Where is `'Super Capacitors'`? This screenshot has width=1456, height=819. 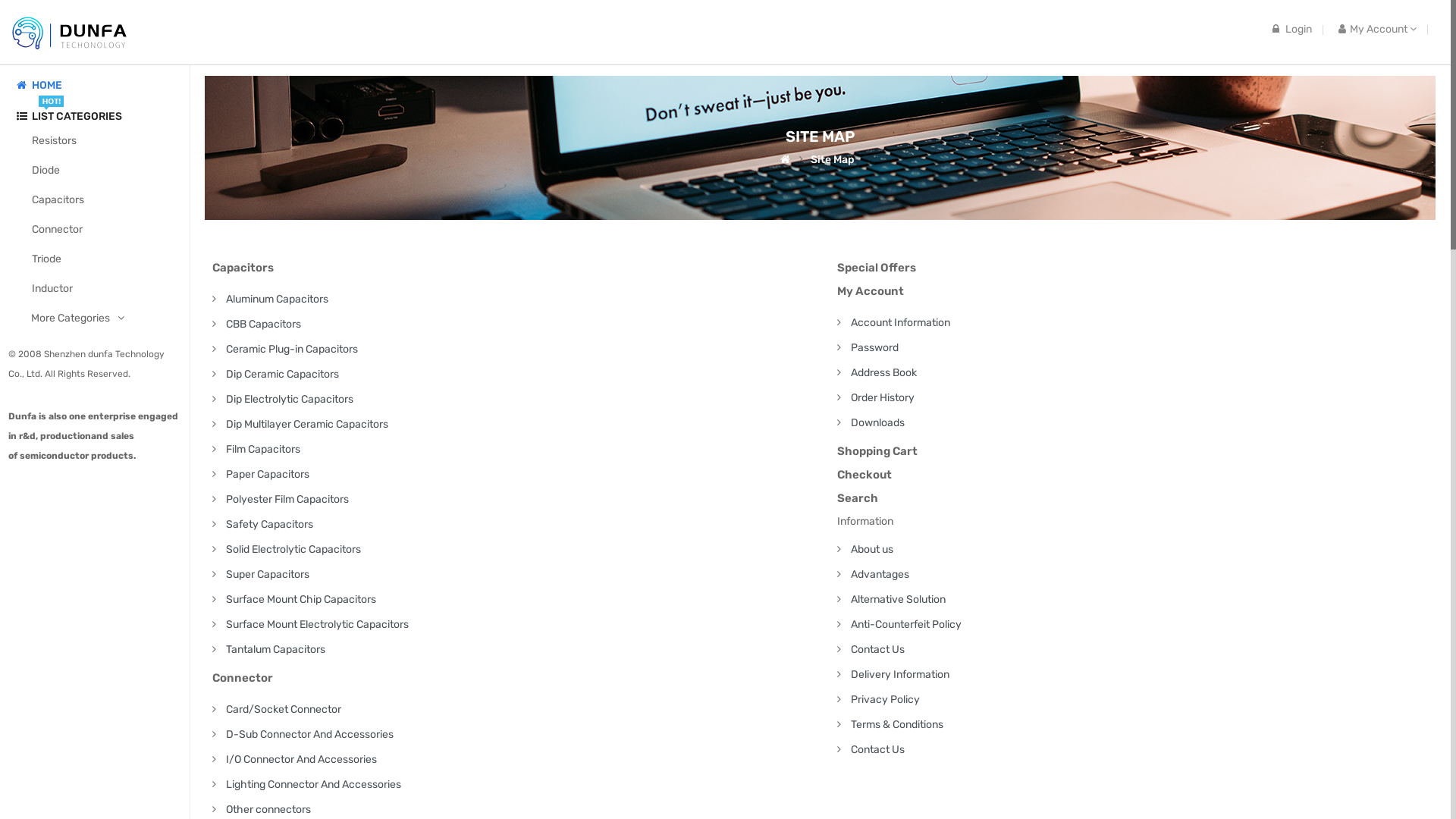 'Super Capacitors' is located at coordinates (268, 574).